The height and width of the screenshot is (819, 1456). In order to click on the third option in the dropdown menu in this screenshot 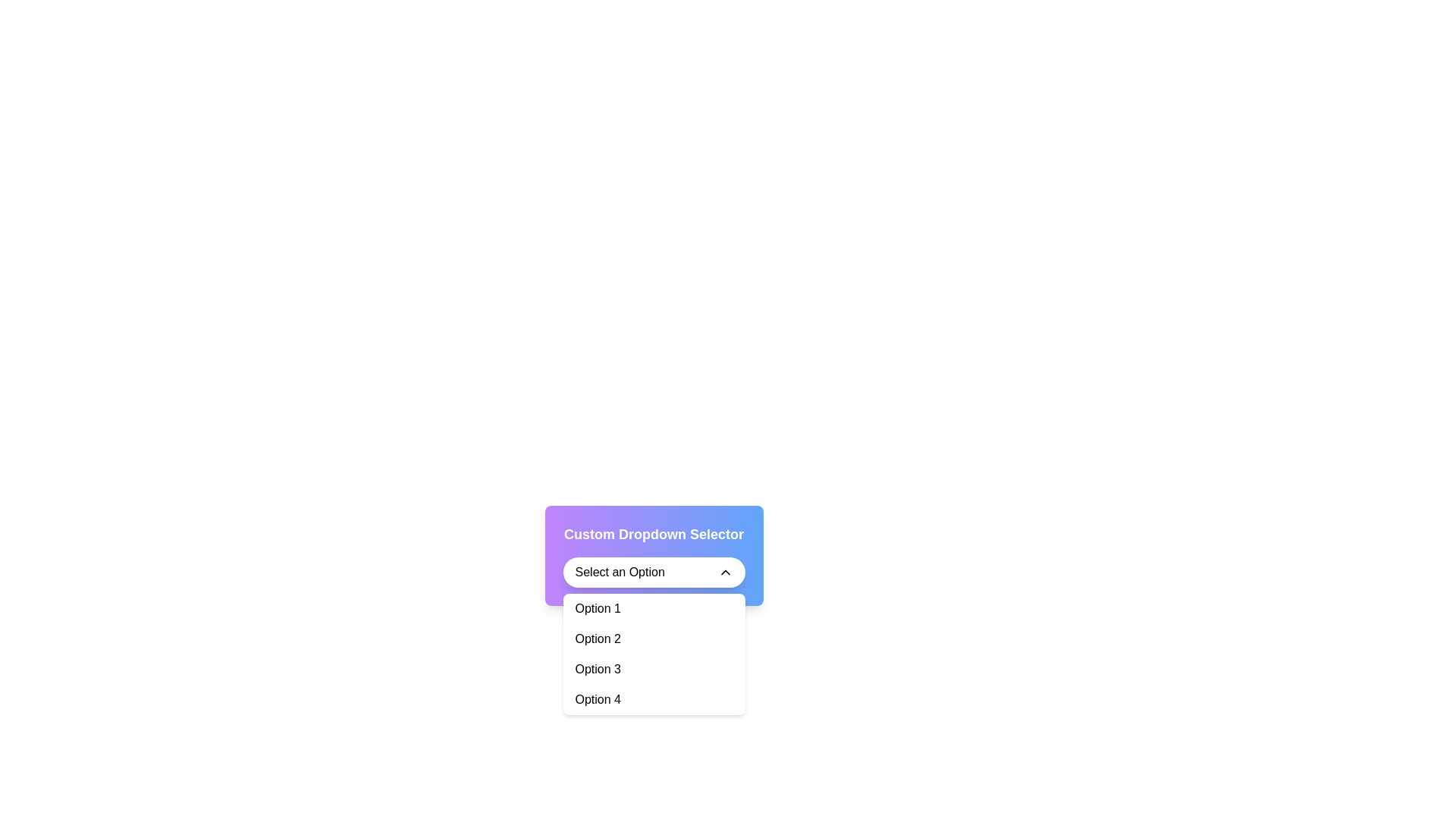, I will do `click(654, 669)`.